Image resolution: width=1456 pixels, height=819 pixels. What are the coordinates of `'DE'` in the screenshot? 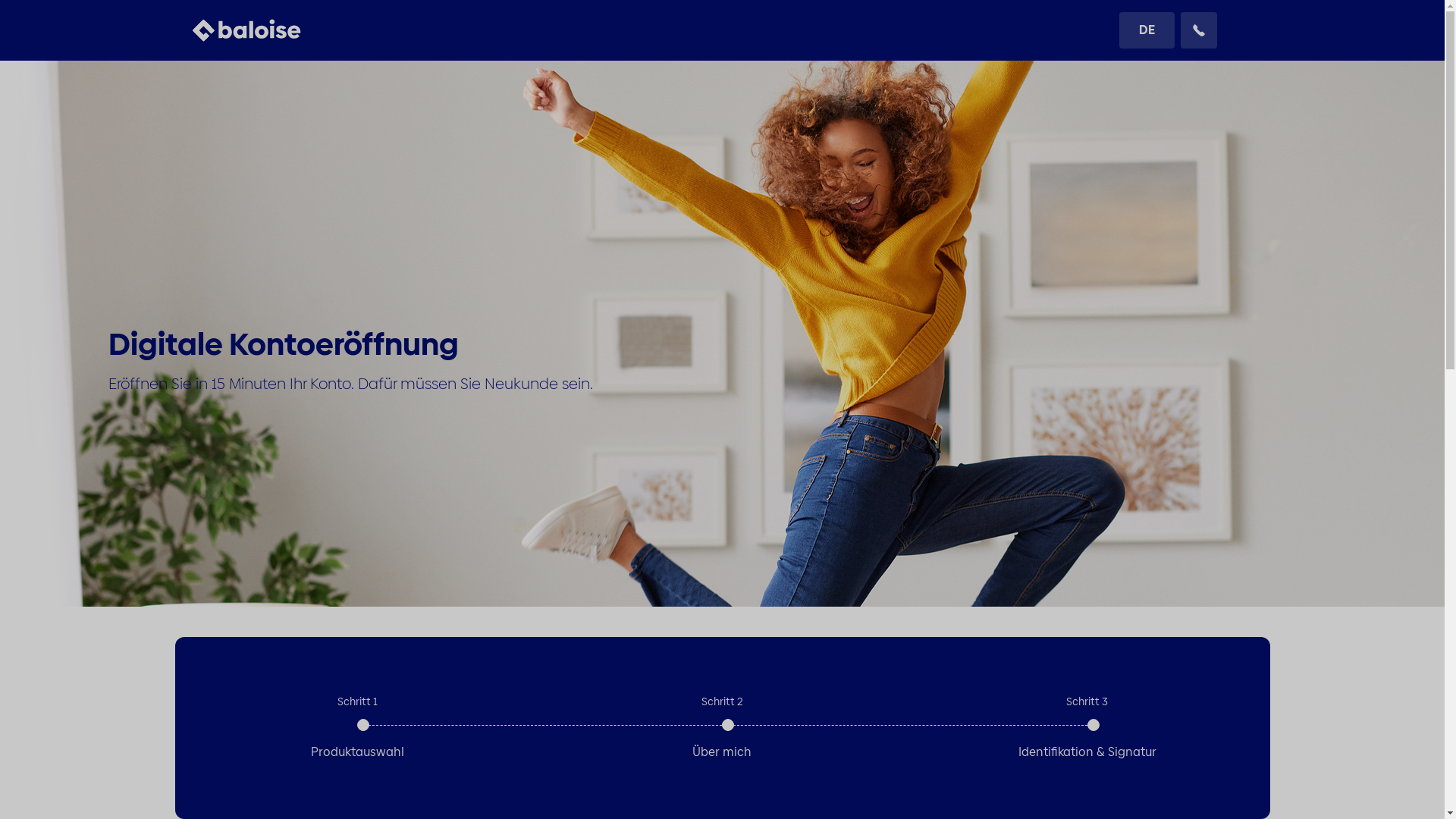 It's located at (1147, 30).